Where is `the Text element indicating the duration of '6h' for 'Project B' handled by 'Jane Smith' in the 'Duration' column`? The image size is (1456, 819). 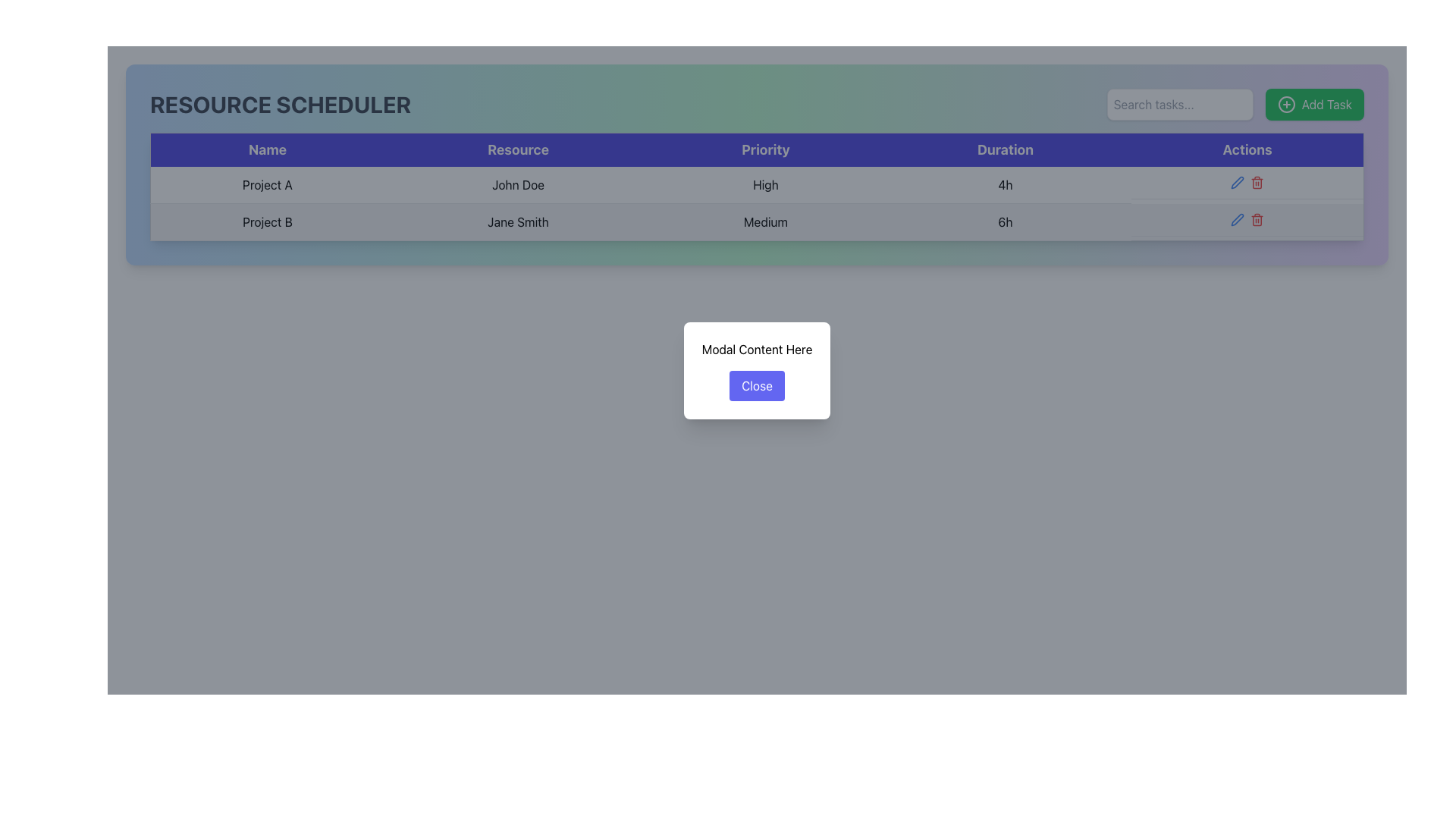 the Text element indicating the duration of '6h' for 'Project B' handled by 'Jane Smith' in the 'Duration' column is located at coordinates (1005, 222).